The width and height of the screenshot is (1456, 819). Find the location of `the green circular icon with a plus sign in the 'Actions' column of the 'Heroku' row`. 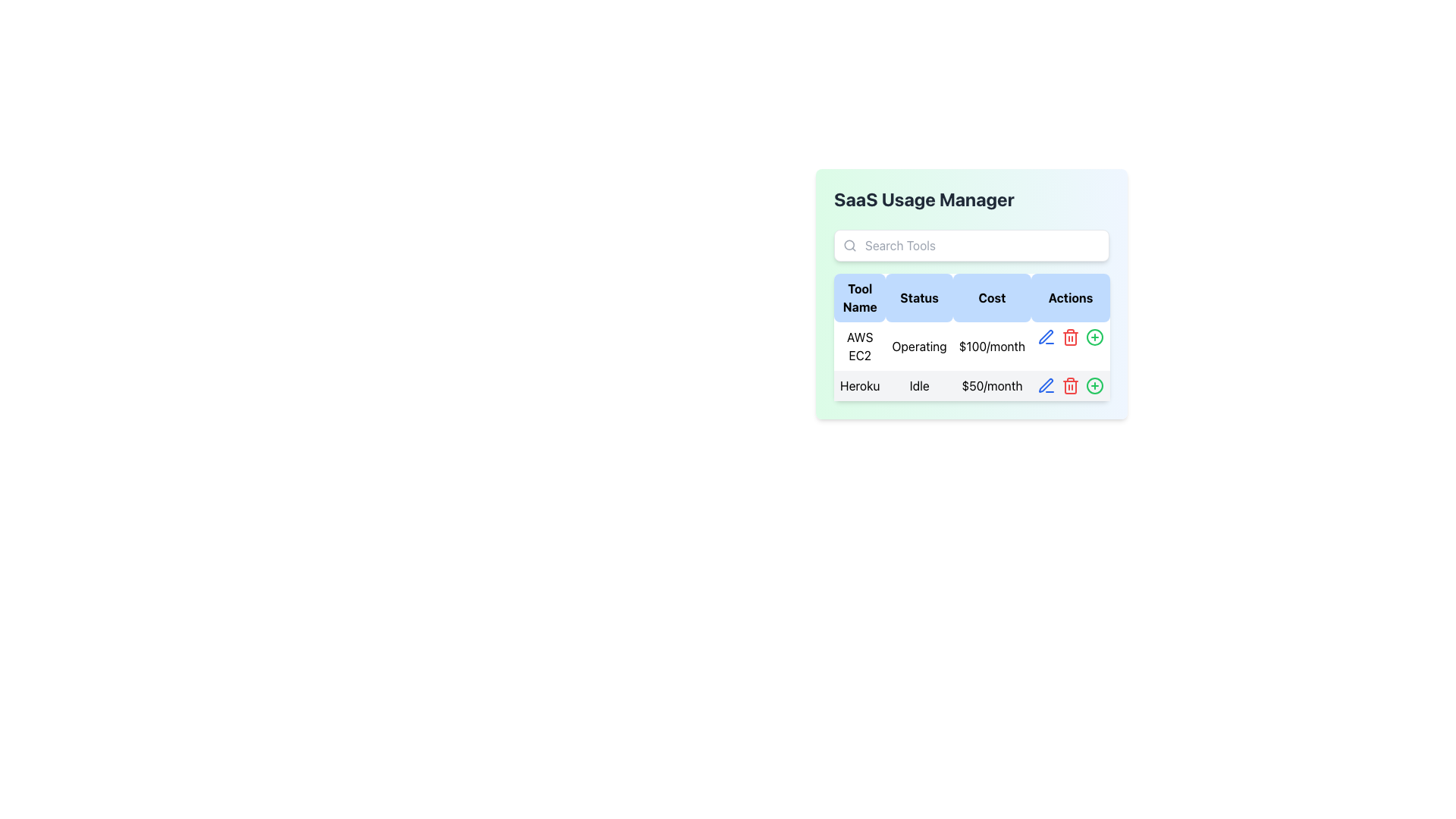

the green circular icon with a plus sign in the 'Actions' column of the 'Heroku' row is located at coordinates (1095, 336).